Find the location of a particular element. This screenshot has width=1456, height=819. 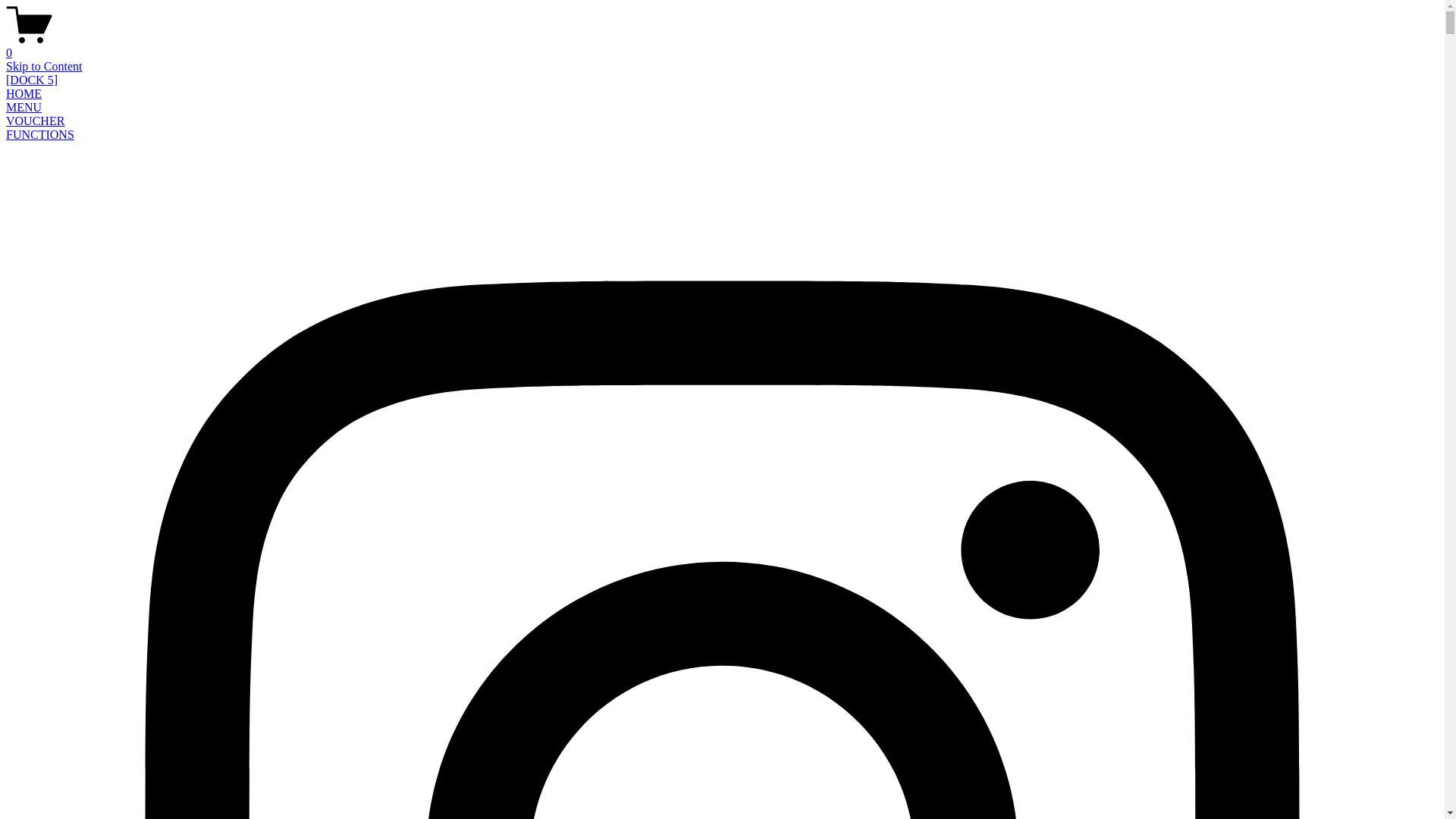

'FUNCTIONS' is located at coordinates (39, 133).